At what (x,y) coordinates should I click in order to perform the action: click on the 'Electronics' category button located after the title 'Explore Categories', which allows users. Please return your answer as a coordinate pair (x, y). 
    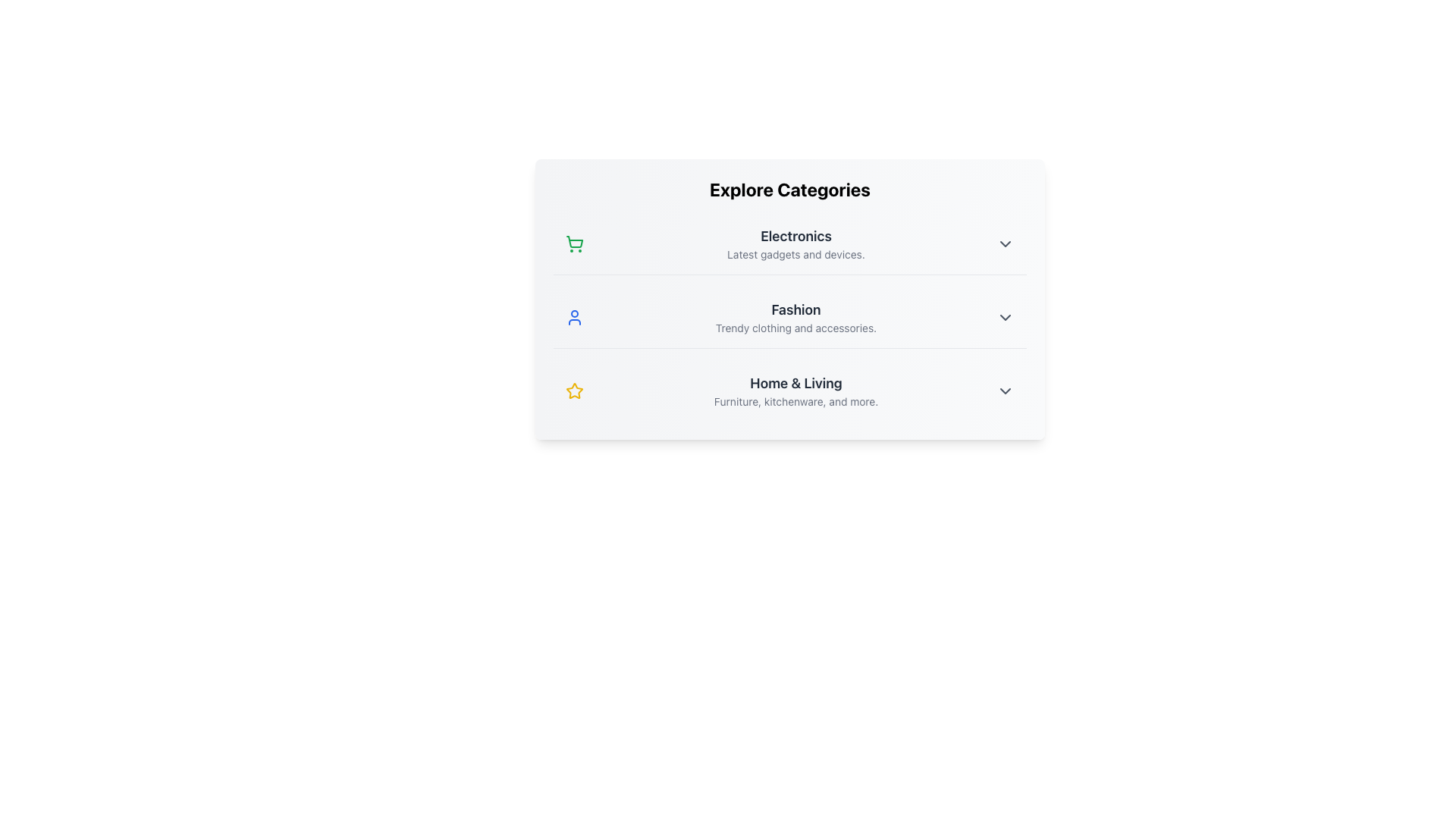
    Looking at the image, I should click on (789, 243).